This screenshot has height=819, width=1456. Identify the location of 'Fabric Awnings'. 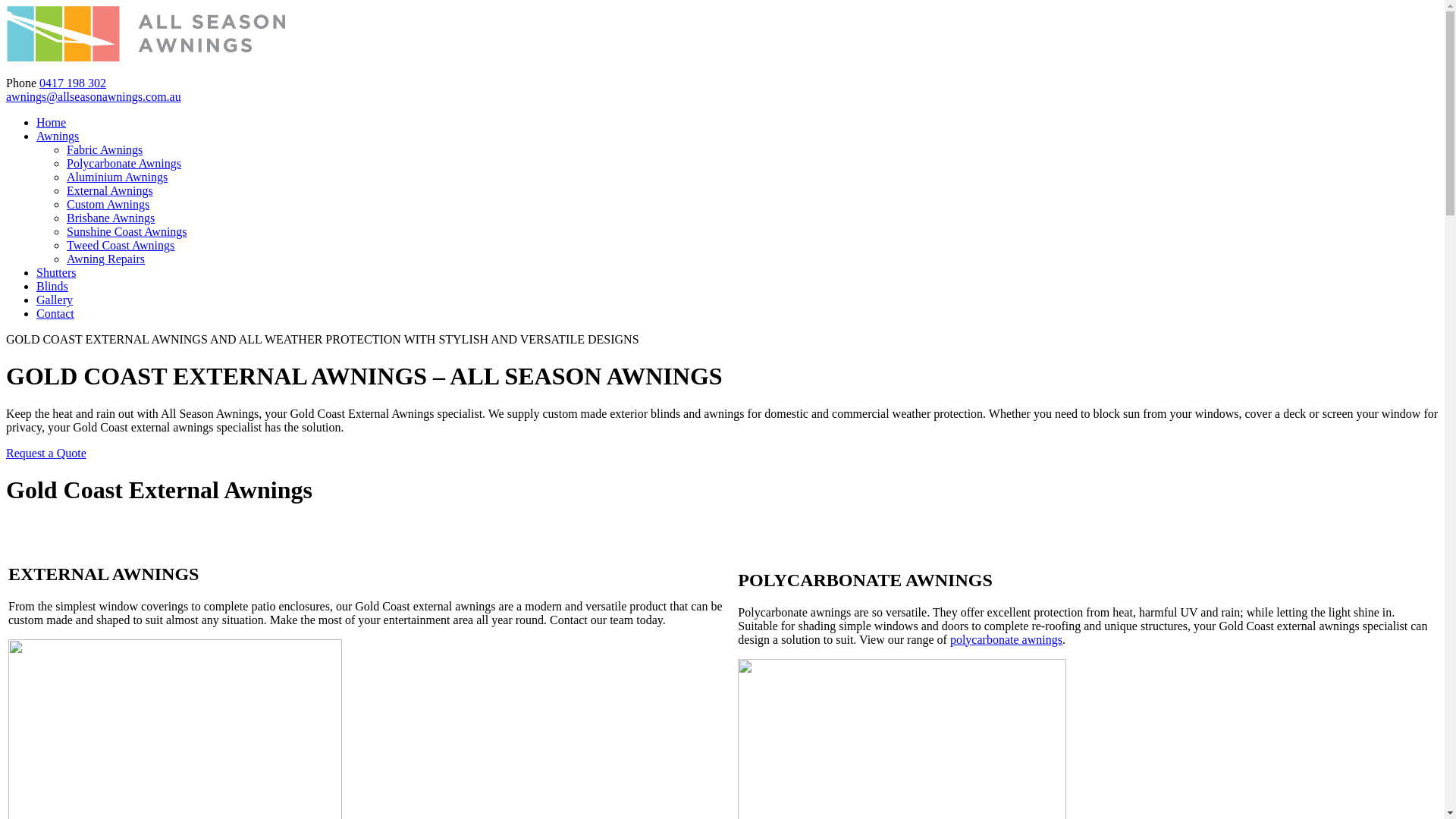
(104, 149).